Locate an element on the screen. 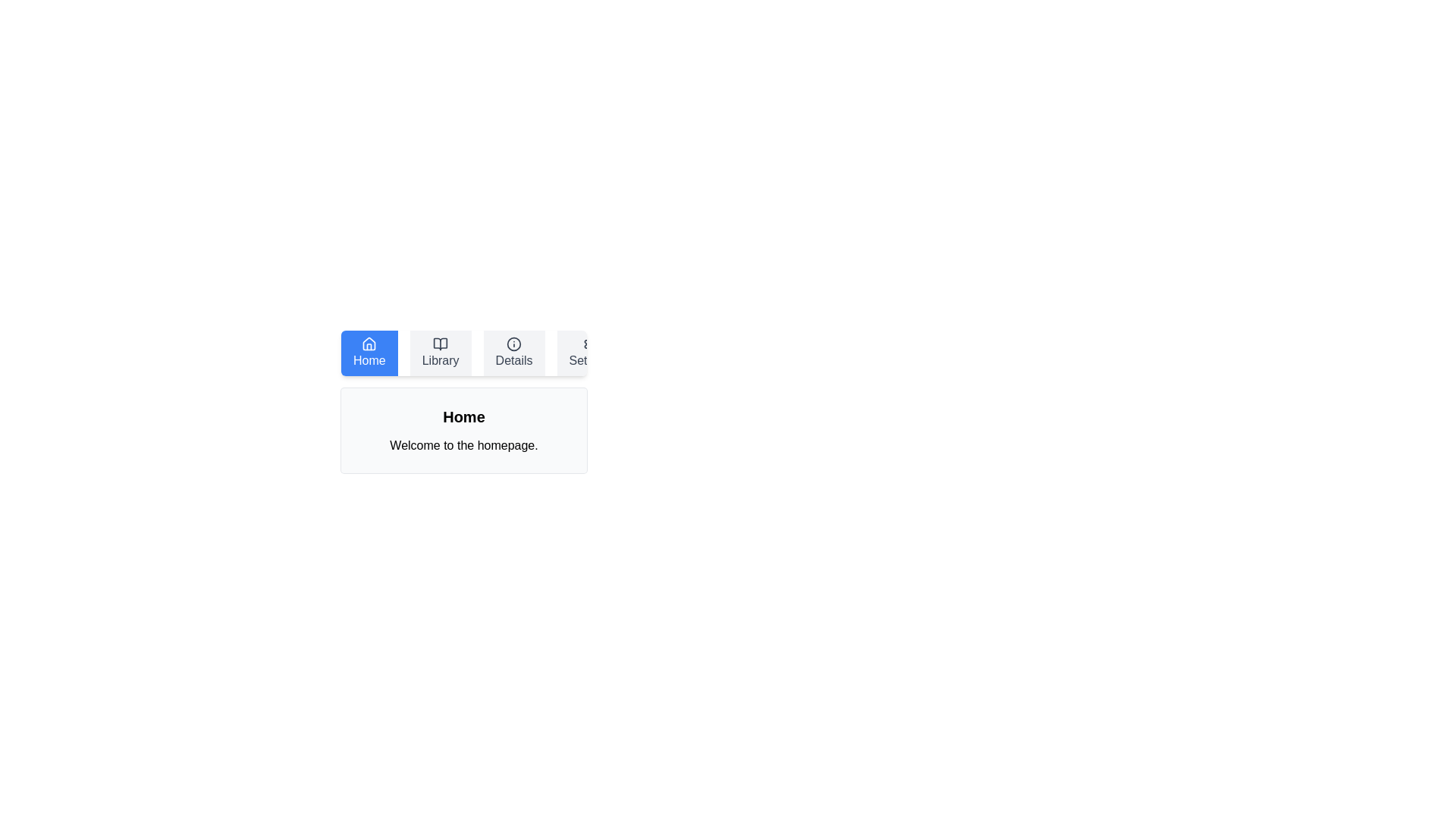  the button labeled Details to observe its hover effect is located at coordinates (514, 353).